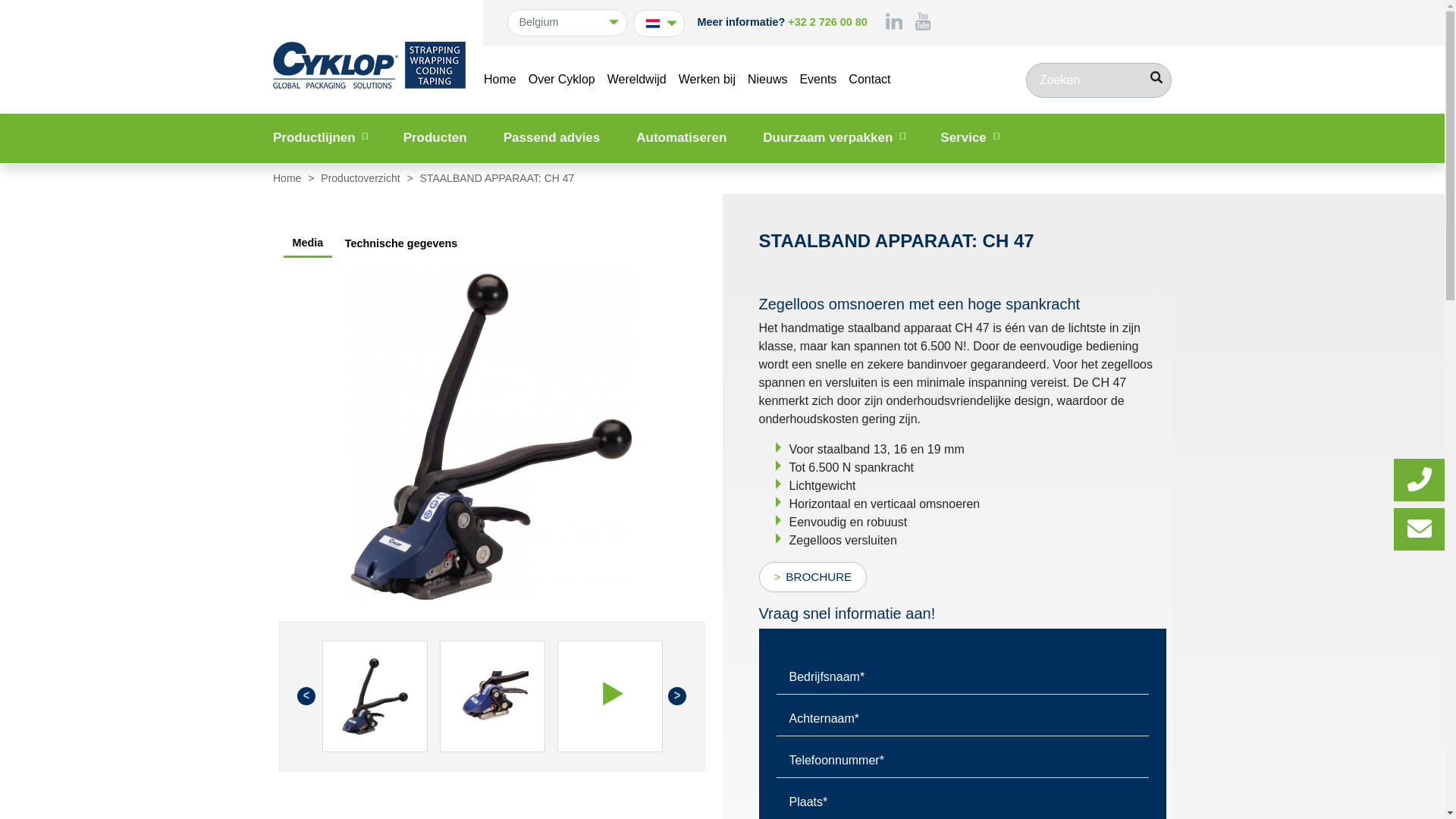 This screenshot has width=1456, height=819. I want to click on 'STAALBAND APPARAAT: CH 47', so click(374, 696).